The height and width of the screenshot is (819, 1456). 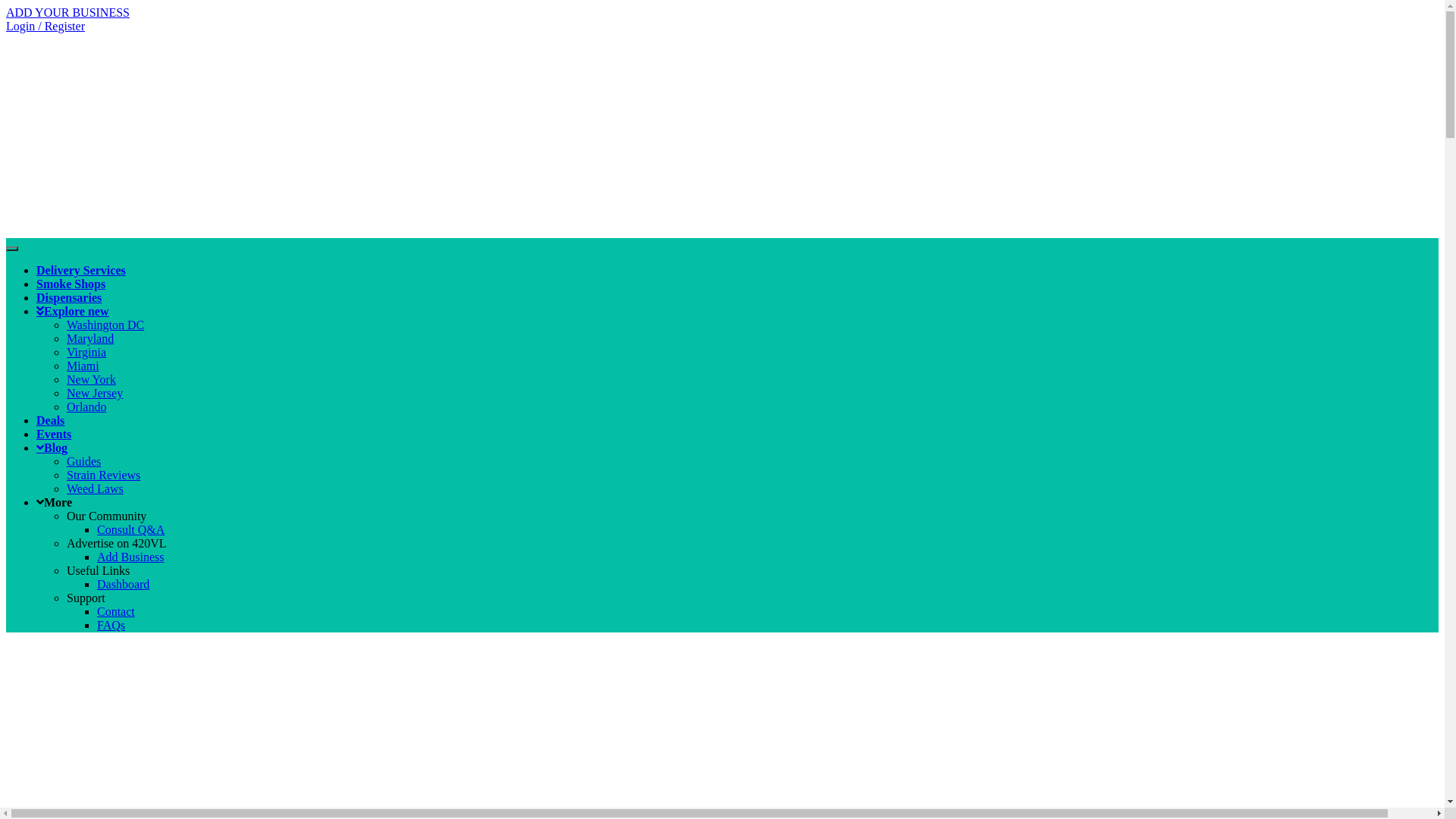 I want to click on 'Explore new', so click(x=72, y=309).